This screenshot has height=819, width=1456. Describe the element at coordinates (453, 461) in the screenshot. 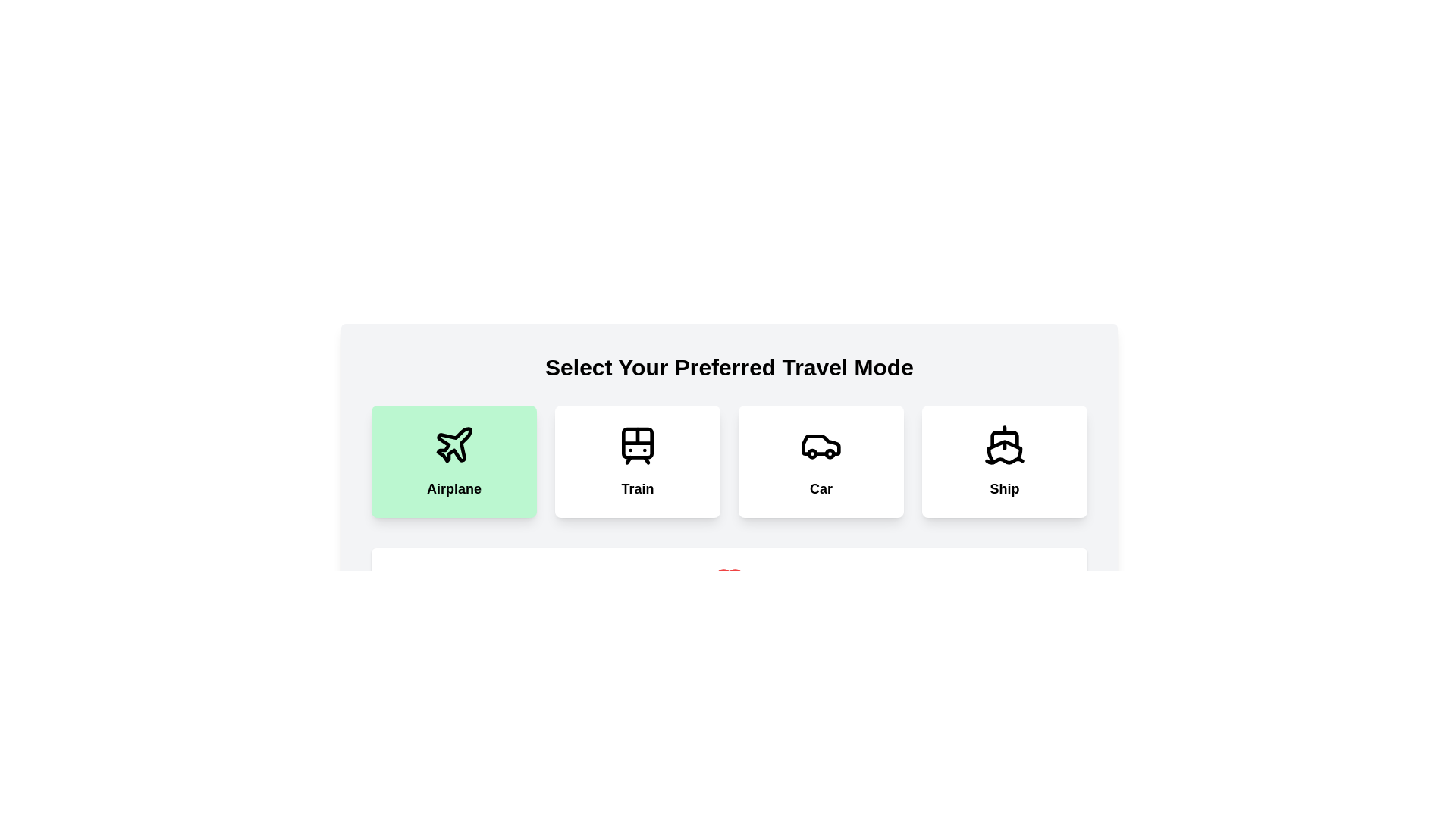

I see `the 'Airplane' option button, which is the first card in a horizontal grid layout for selecting travel modes` at that location.